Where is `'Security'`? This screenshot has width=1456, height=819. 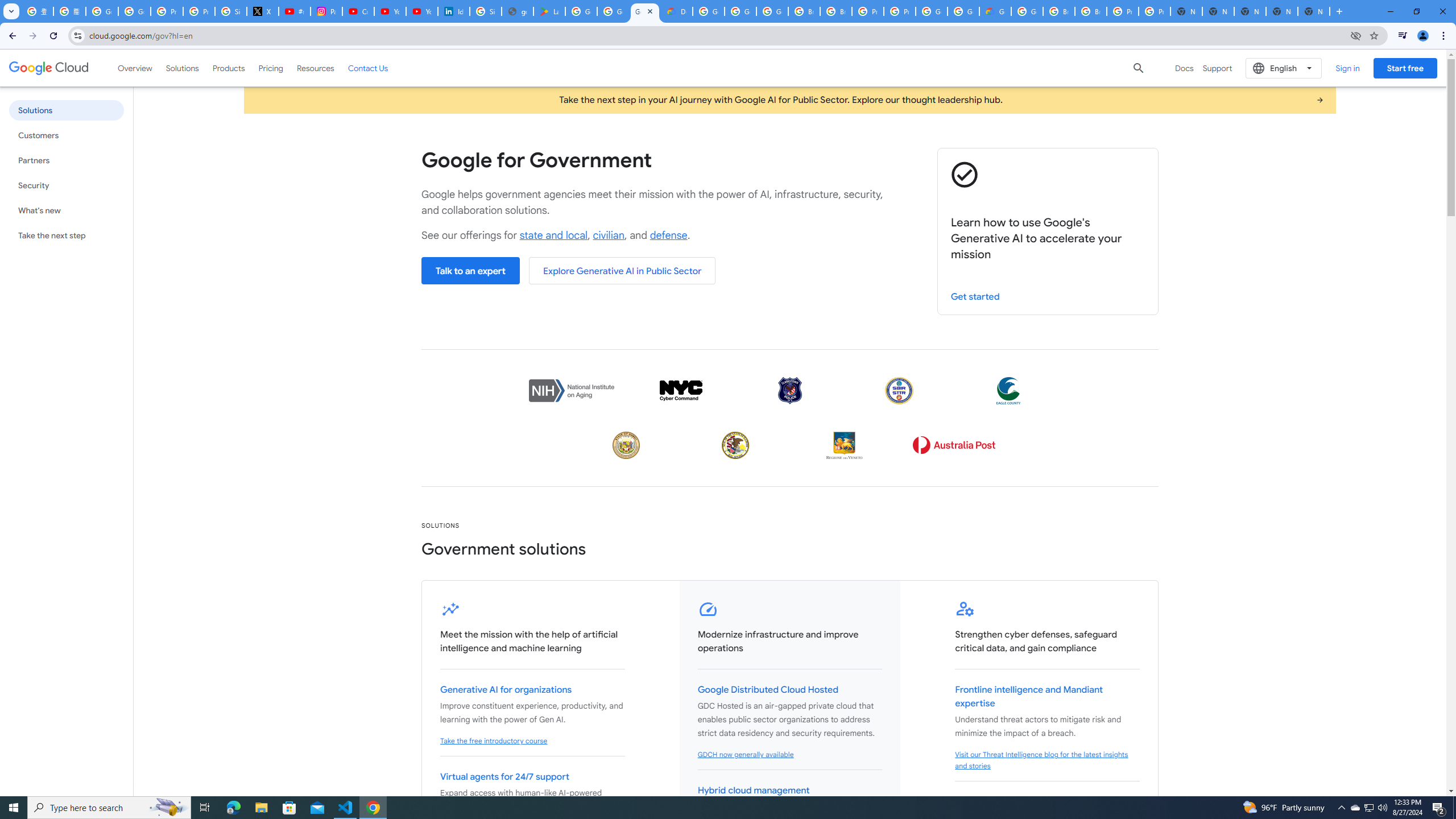 'Security' is located at coordinates (65, 185).